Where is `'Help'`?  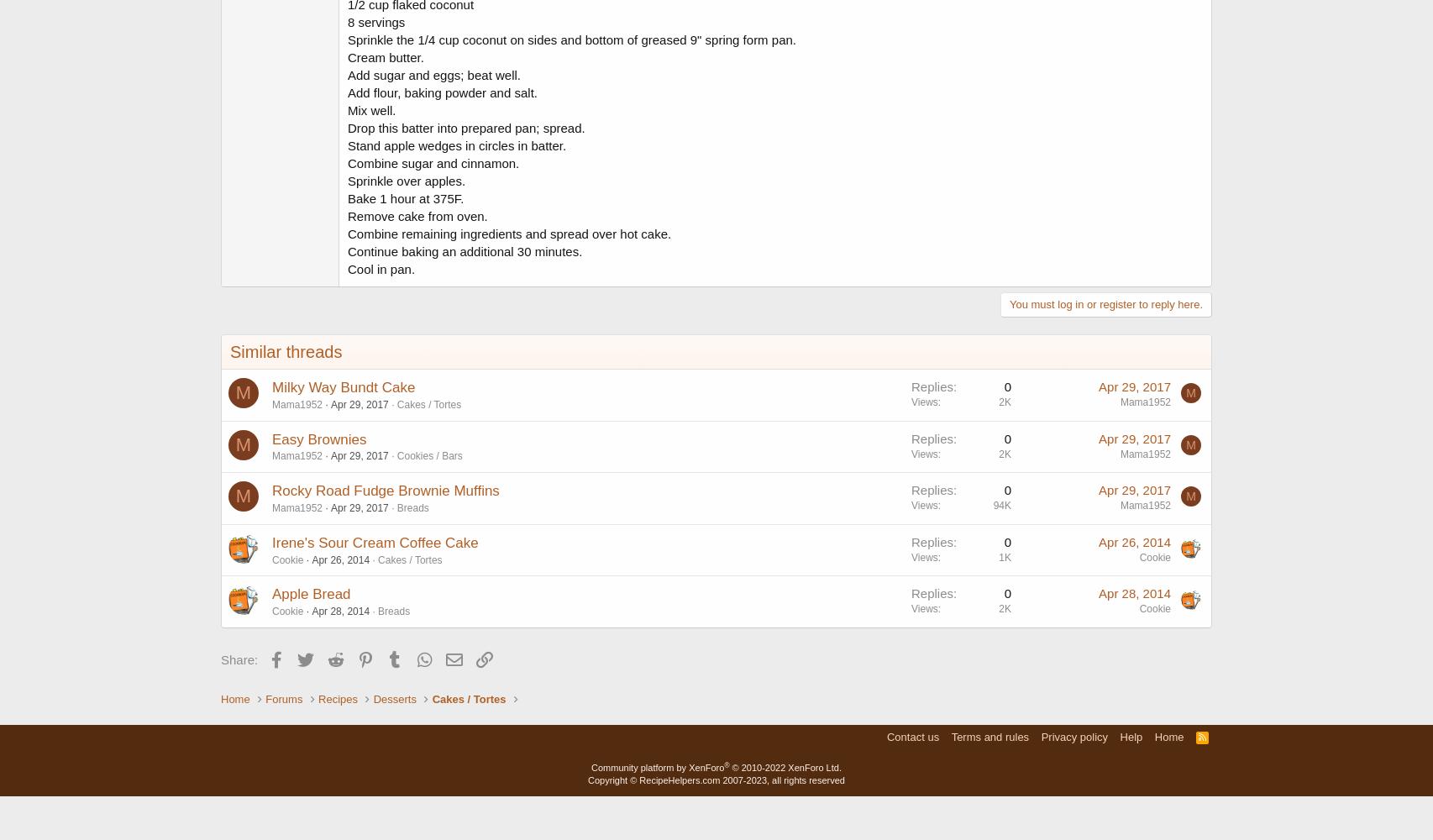
'Help' is located at coordinates (1130, 736).